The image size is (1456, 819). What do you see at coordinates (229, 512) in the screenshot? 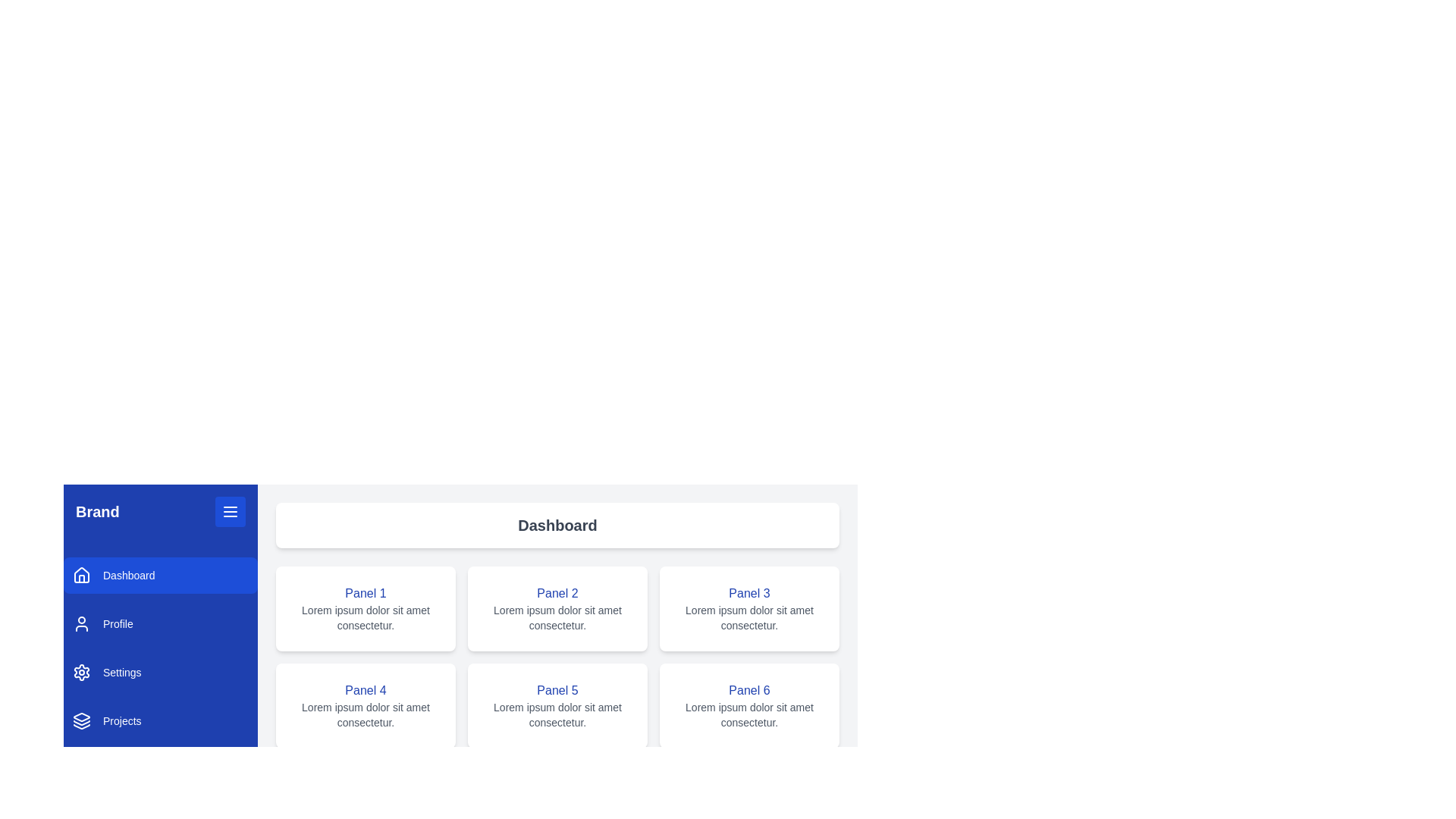
I see `the navigation menu toggle button located in the top-right corner of the bar, right after the 'Brand' text` at bounding box center [229, 512].